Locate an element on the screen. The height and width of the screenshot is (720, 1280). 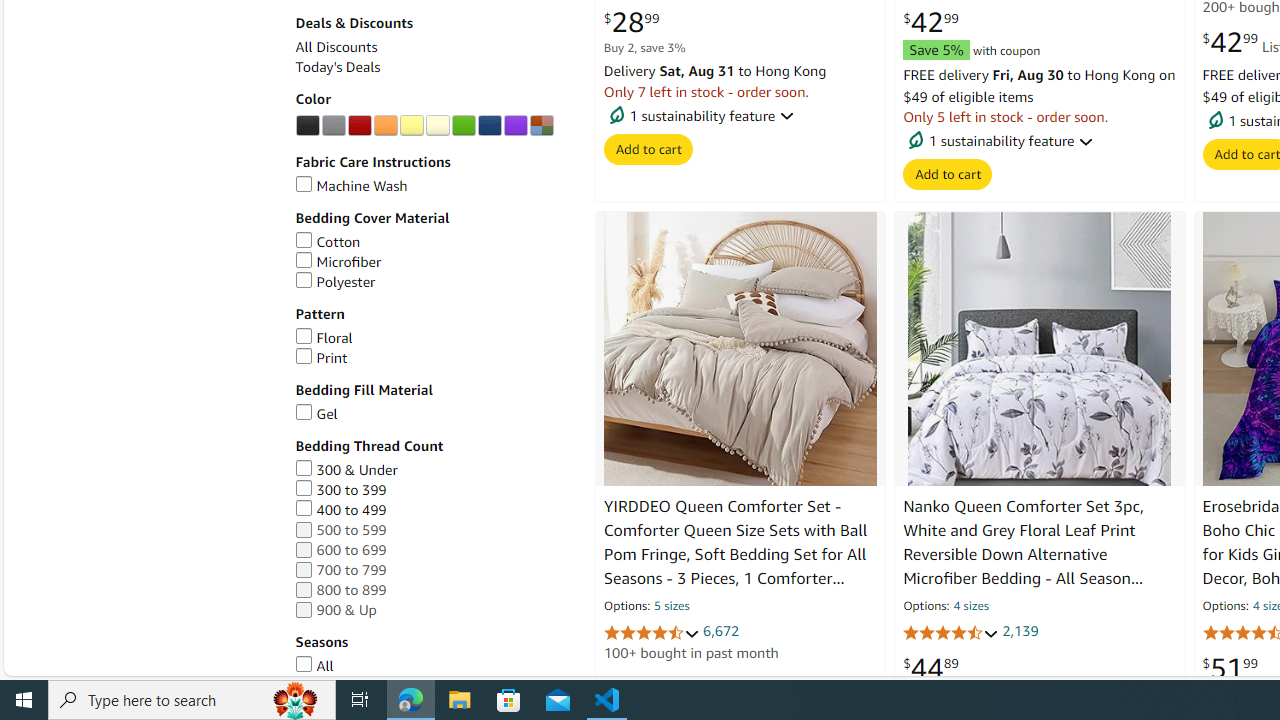
'4.4 out of 5 stars' is located at coordinates (950, 633).